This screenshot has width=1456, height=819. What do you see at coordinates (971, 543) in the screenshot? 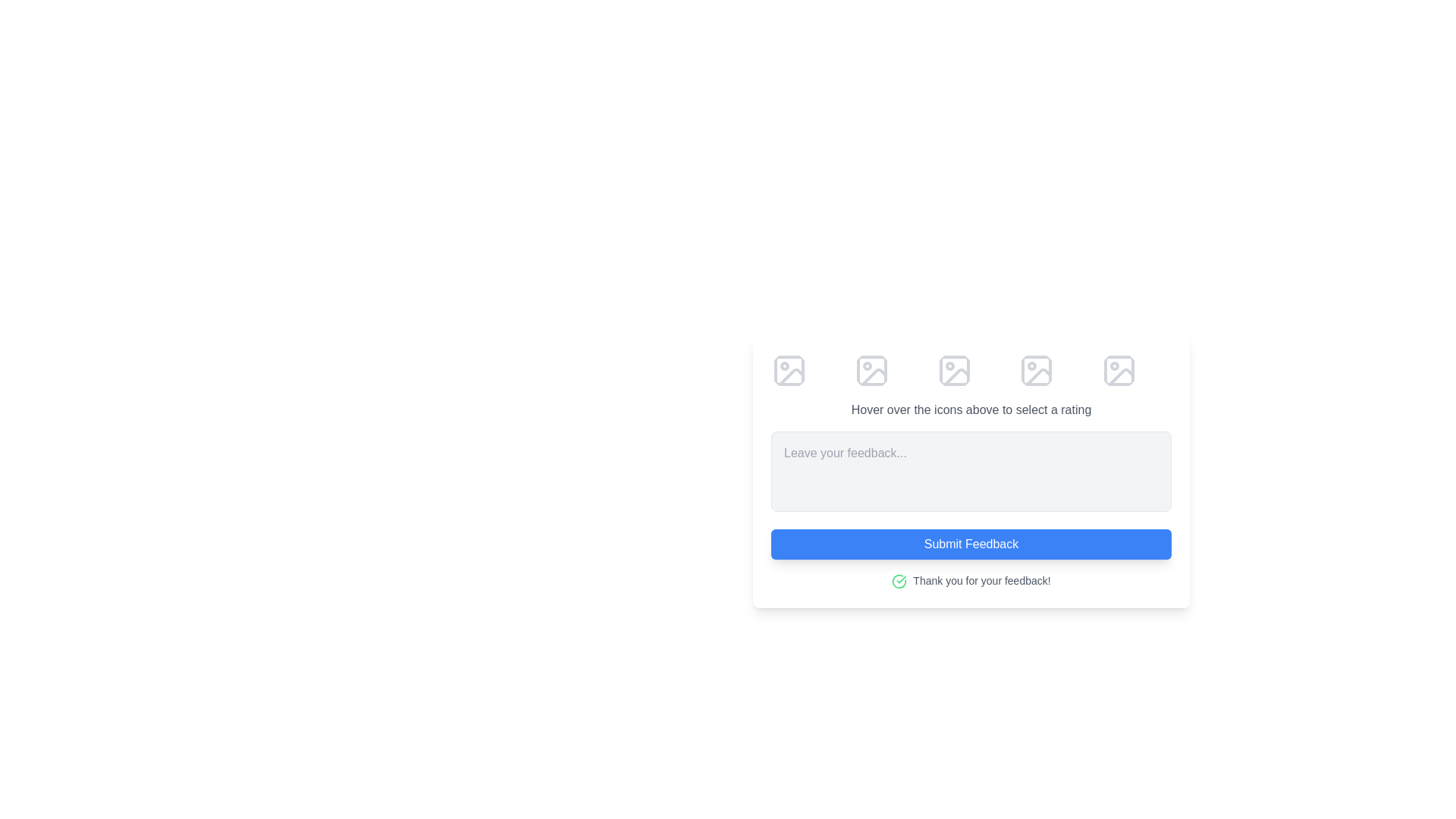
I see `the feedback submission button located below the 'Leave your feedback...' text area and above the 'Thank you for your feedback!' confirmation message` at bounding box center [971, 543].